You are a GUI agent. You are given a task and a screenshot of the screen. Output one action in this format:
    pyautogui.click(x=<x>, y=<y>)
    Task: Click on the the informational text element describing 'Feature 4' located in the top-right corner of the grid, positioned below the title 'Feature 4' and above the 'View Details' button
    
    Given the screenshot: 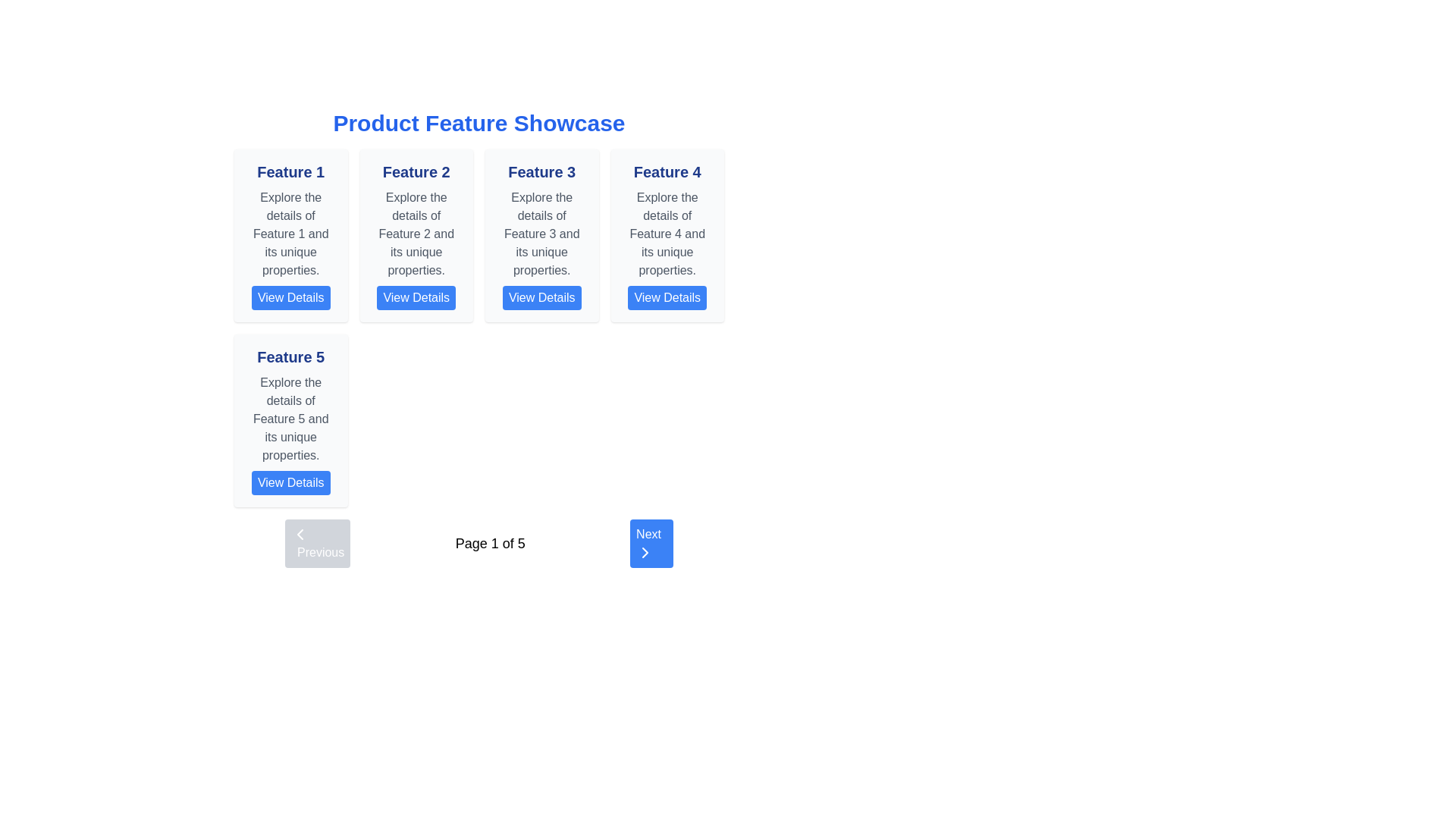 What is the action you would take?
    pyautogui.click(x=667, y=234)
    